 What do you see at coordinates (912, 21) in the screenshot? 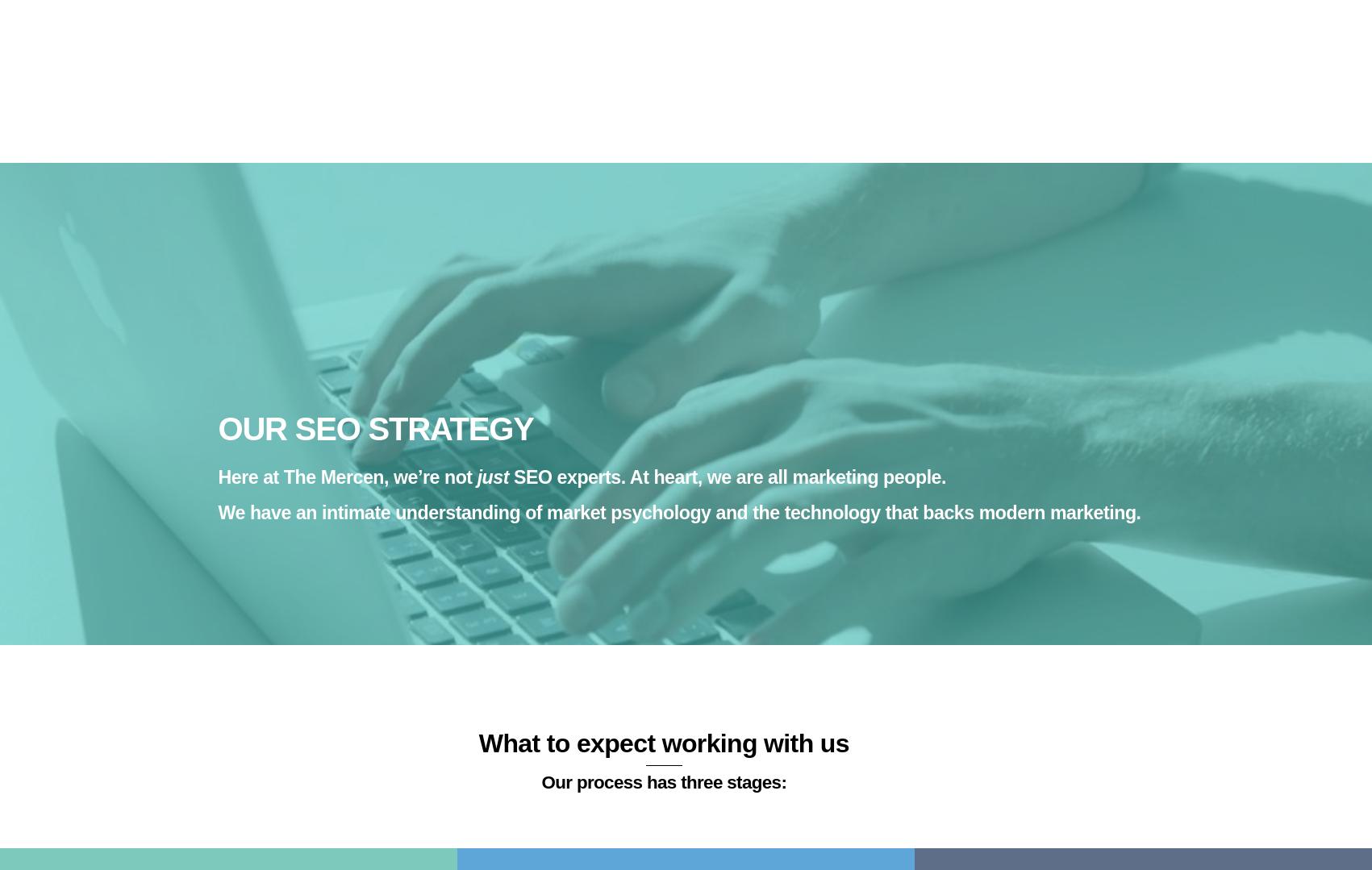
I see `'Contact'` at bounding box center [912, 21].